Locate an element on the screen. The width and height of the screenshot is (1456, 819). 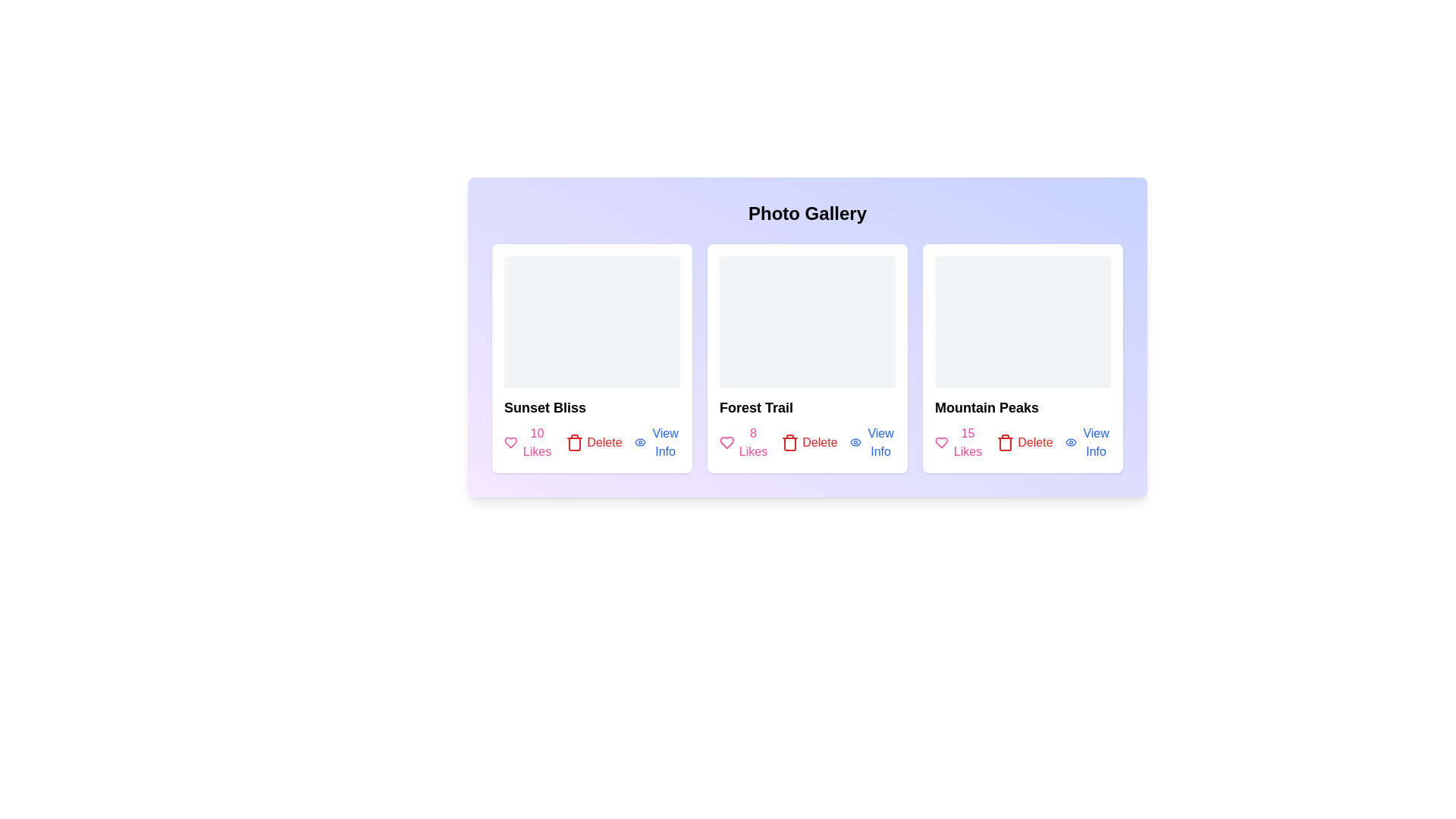
the title of the photo Sunset Bliss is located at coordinates (545, 406).